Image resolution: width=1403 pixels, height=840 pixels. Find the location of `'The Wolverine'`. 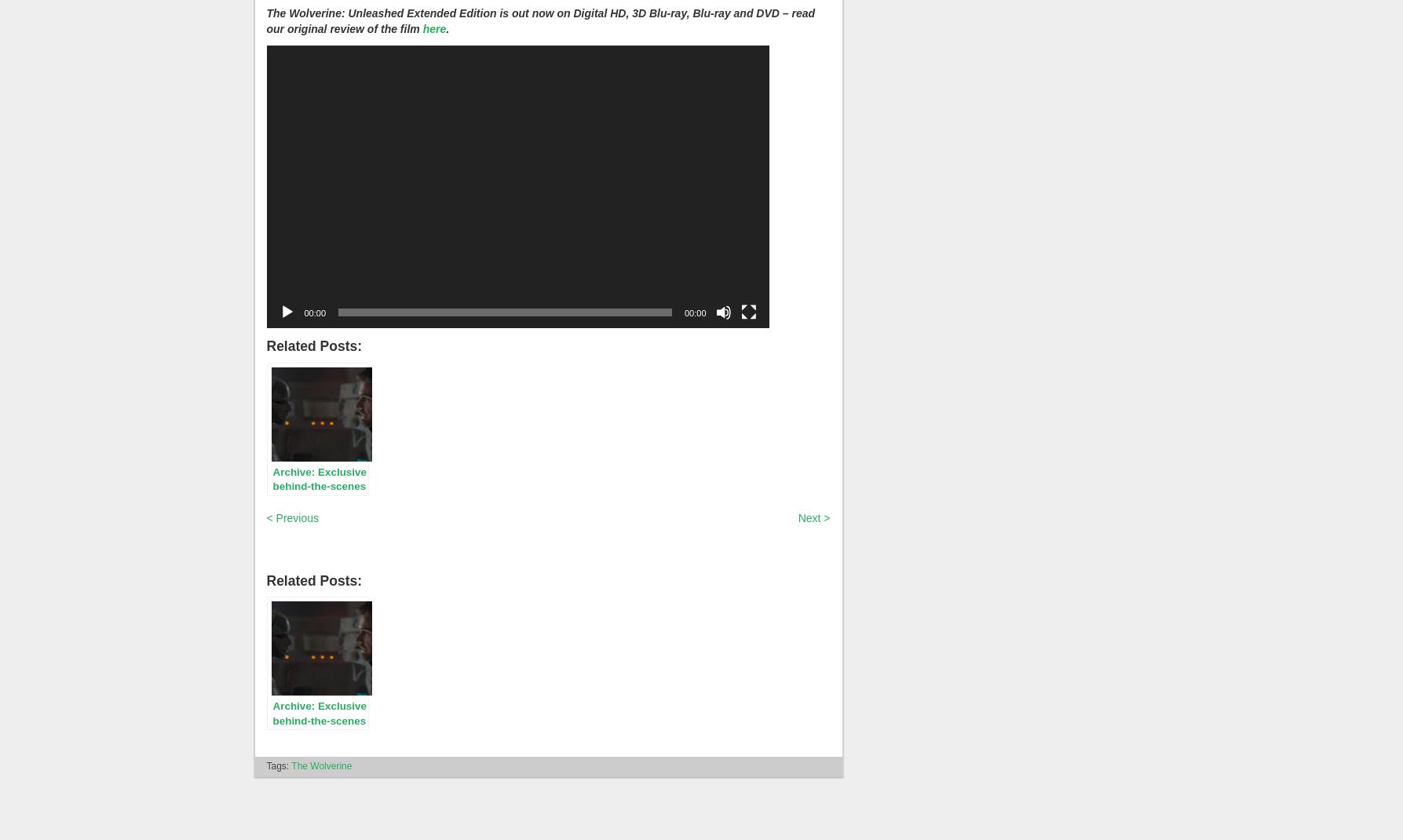

'The Wolverine' is located at coordinates (321, 764).